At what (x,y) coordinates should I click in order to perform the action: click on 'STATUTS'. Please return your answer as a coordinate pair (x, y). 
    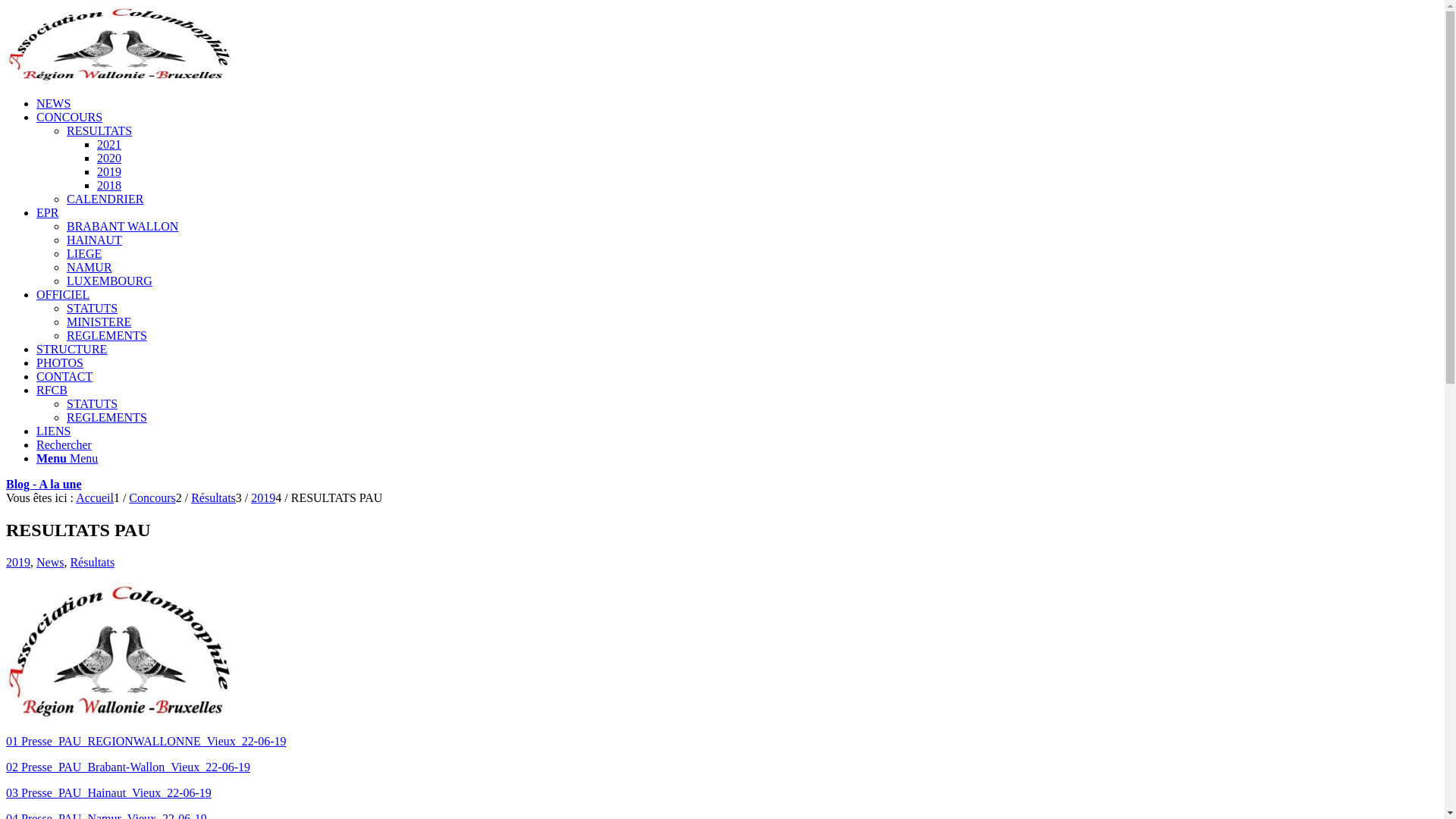
    Looking at the image, I should click on (91, 403).